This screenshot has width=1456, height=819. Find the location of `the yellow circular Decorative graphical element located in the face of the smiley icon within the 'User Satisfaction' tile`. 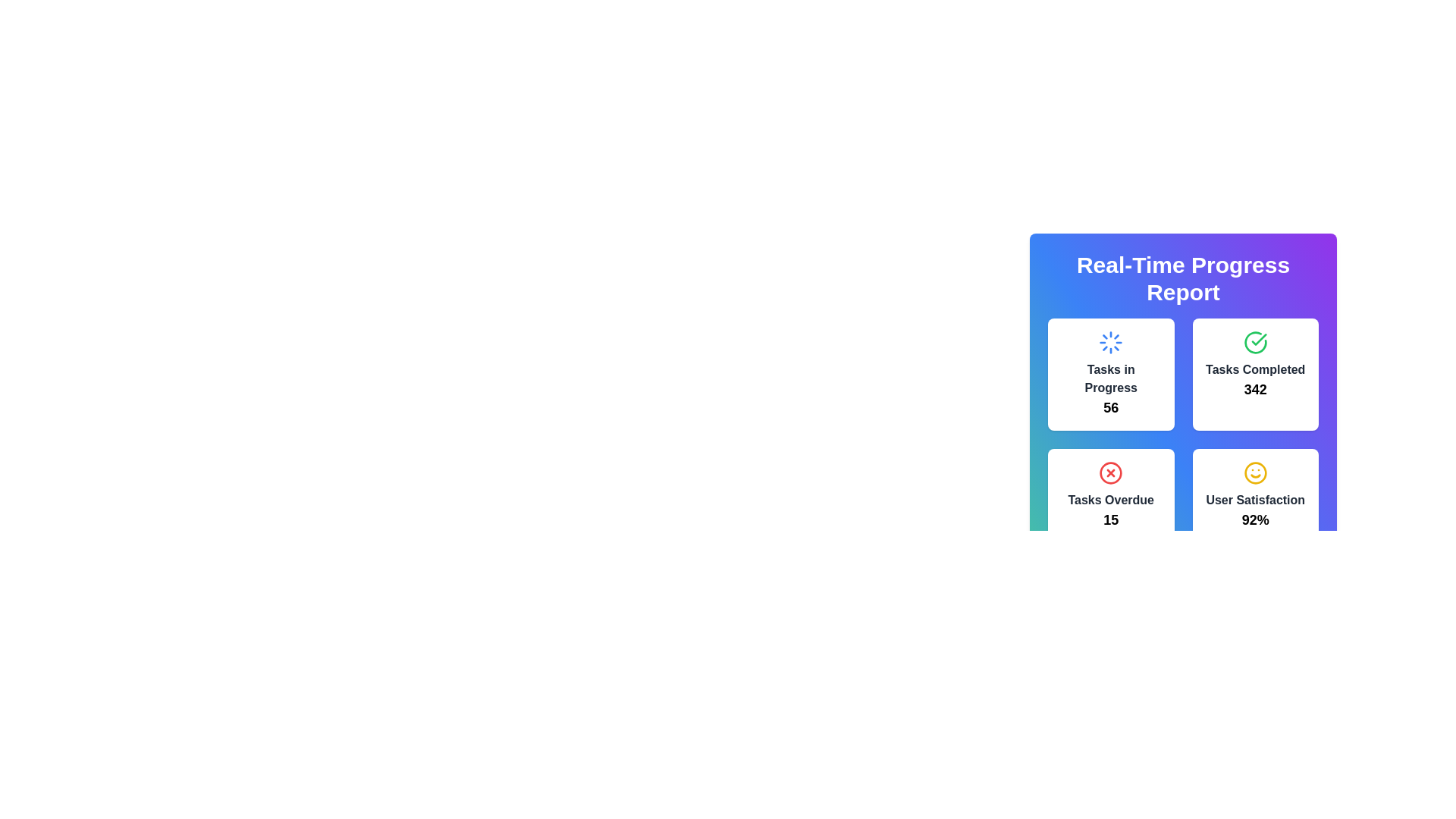

the yellow circular Decorative graphical element located in the face of the smiley icon within the 'User Satisfaction' tile is located at coordinates (1255, 472).